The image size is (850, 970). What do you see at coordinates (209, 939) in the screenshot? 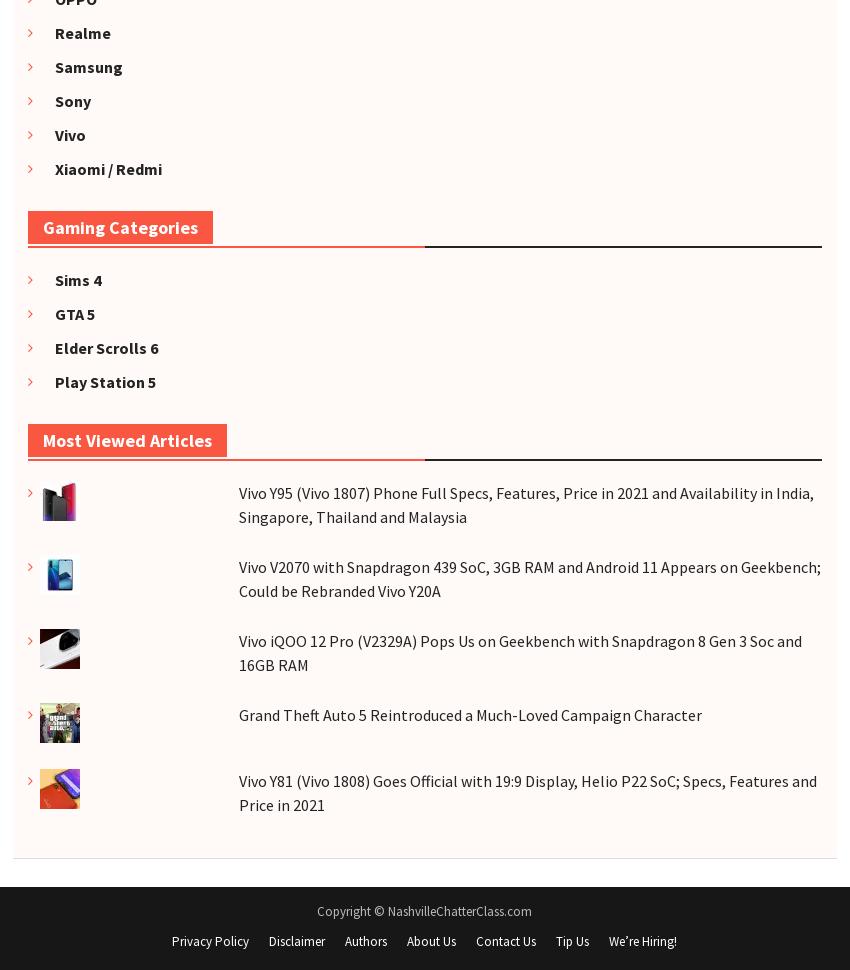
I see `'Privacy Policy'` at bounding box center [209, 939].